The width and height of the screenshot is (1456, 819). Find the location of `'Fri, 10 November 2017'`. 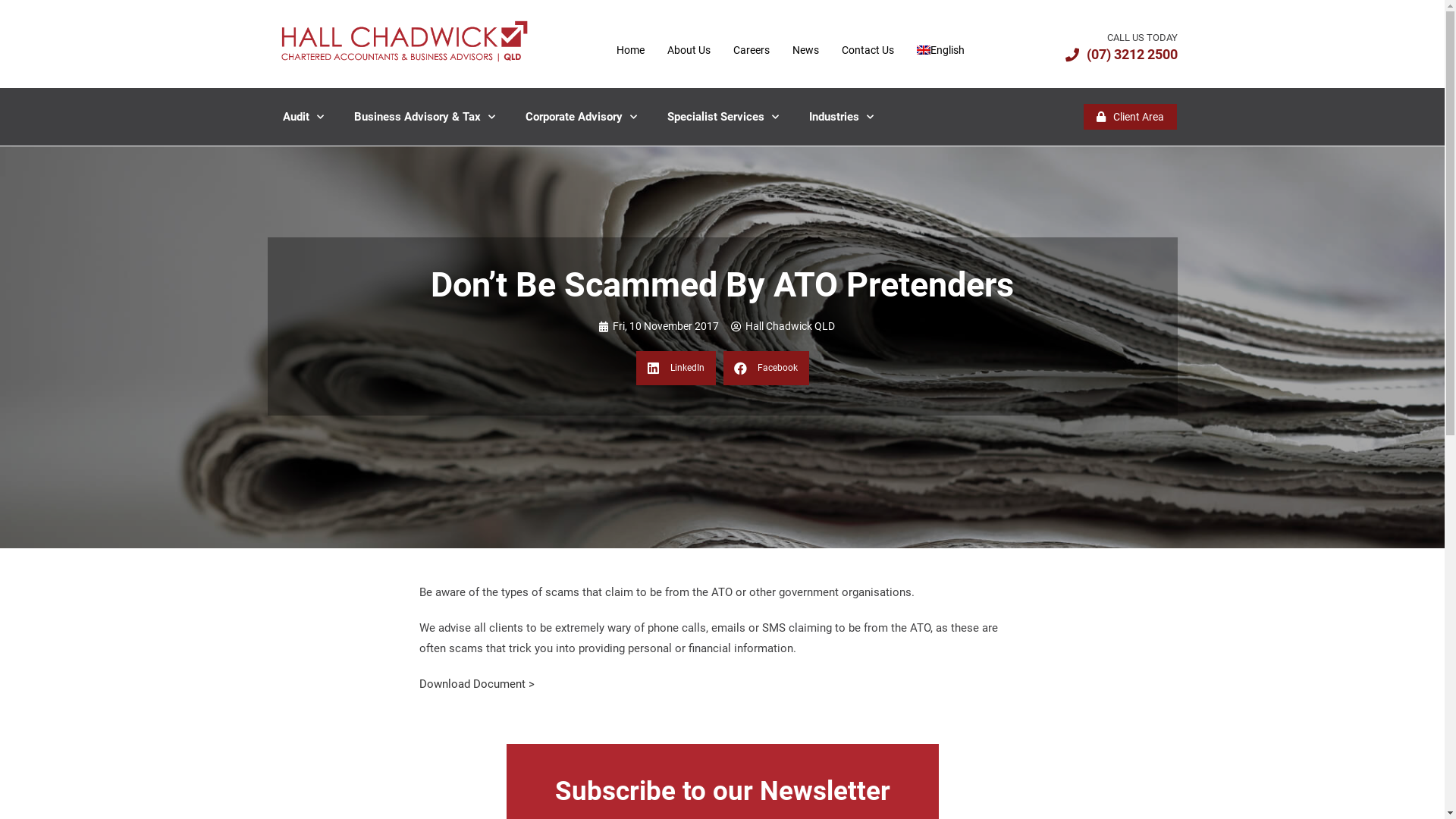

'Fri, 10 November 2017' is located at coordinates (657, 325).